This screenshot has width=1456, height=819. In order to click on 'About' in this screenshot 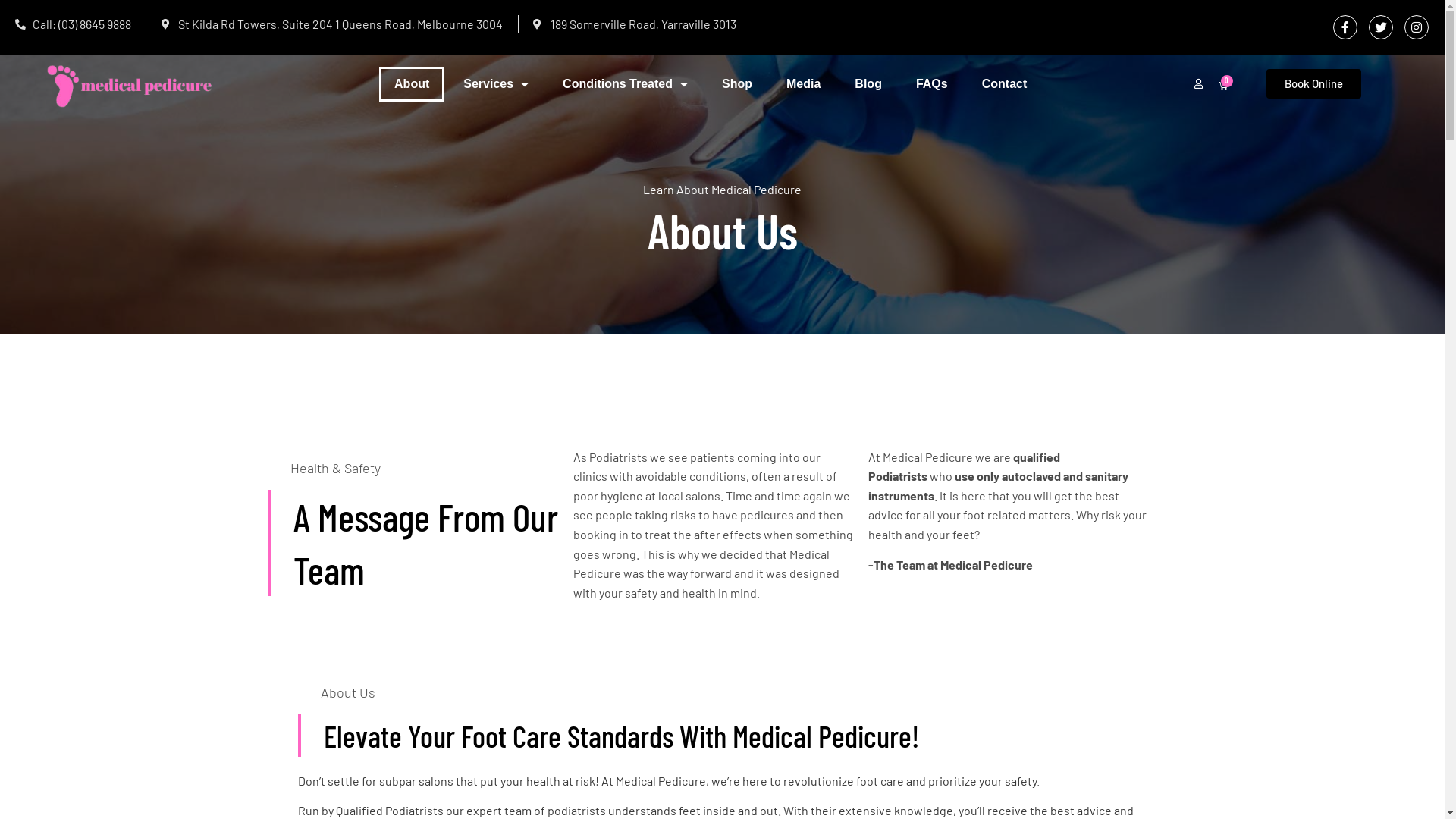, I will do `click(411, 84)`.